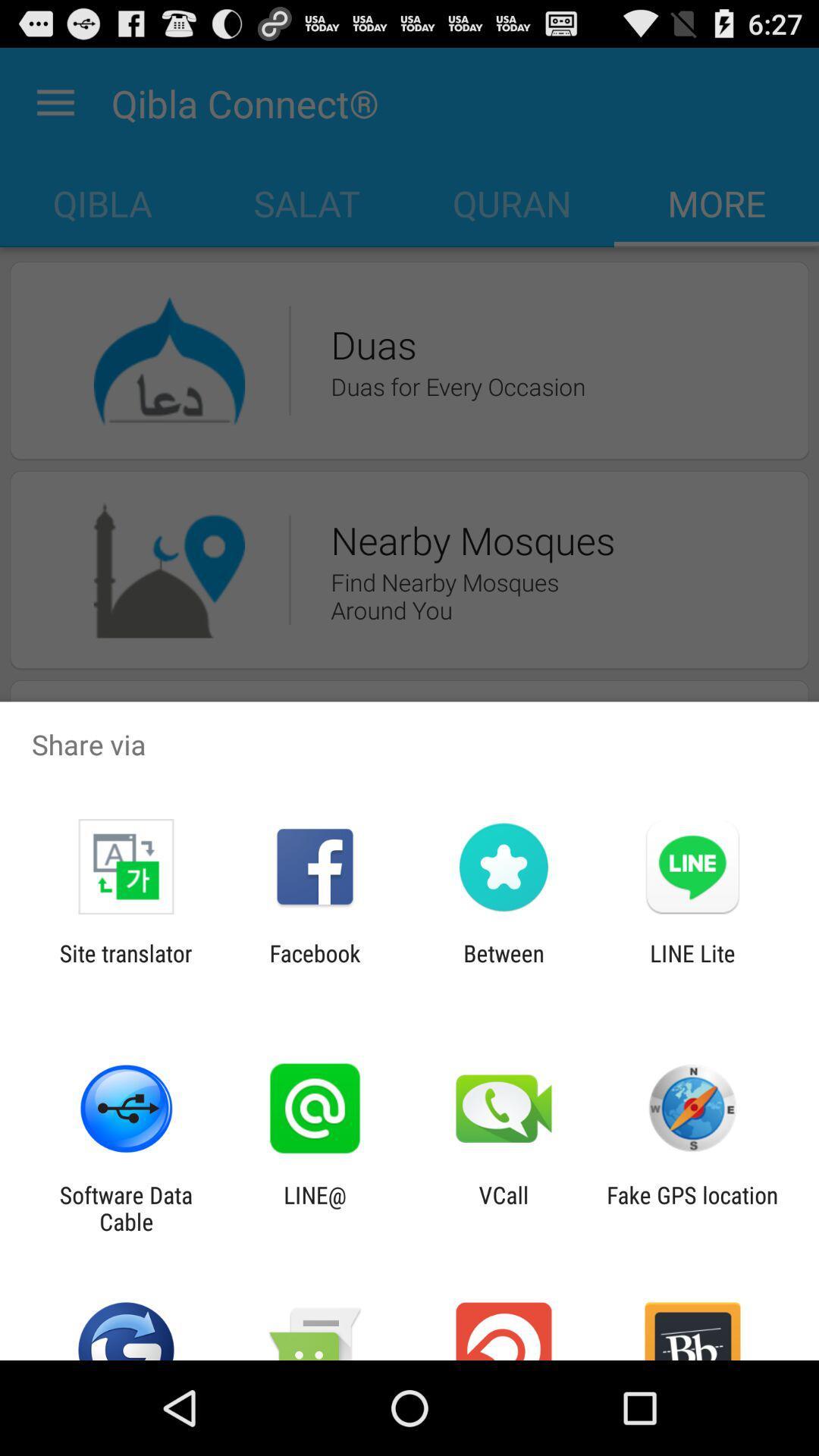  What do you see at coordinates (125, 966) in the screenshot?
I see `app to the left of facebook` at bounding box center [125, 966].